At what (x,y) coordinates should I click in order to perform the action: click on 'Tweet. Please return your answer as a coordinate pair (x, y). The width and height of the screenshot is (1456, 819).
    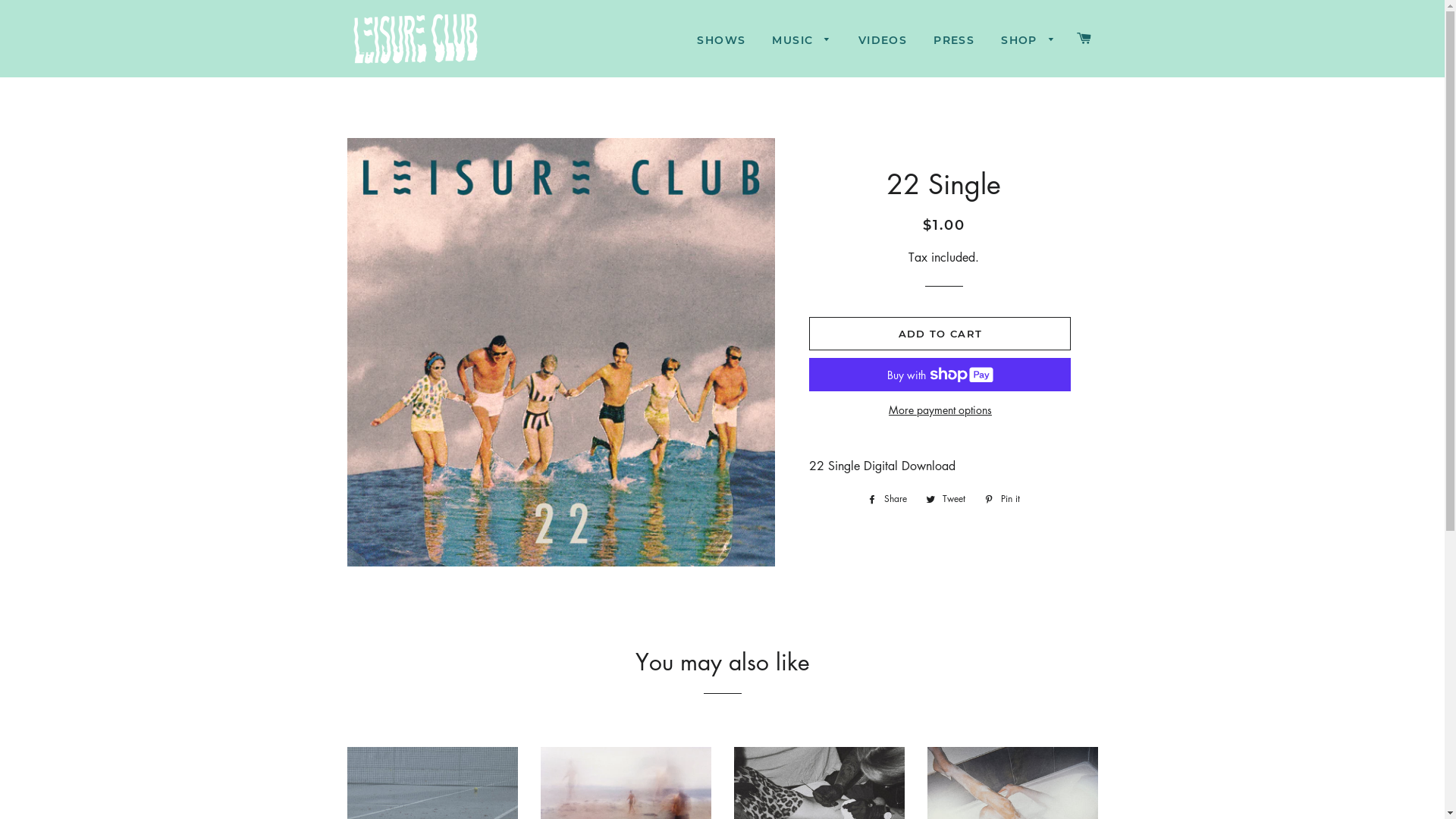
    Looking at the image, I should click on (945, 499).